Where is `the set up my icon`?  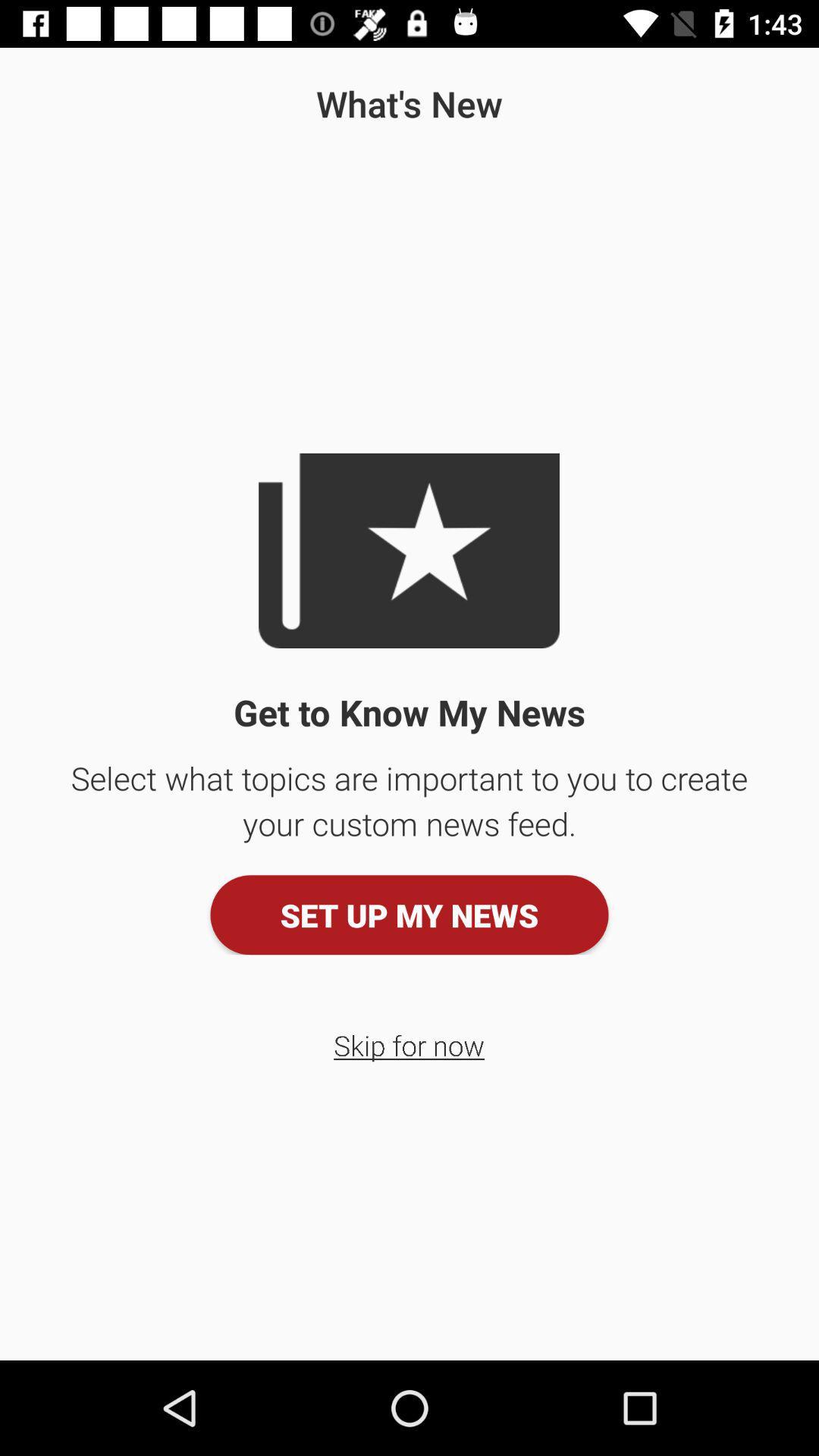 the set up my icon is located at coordinates (409, 914).